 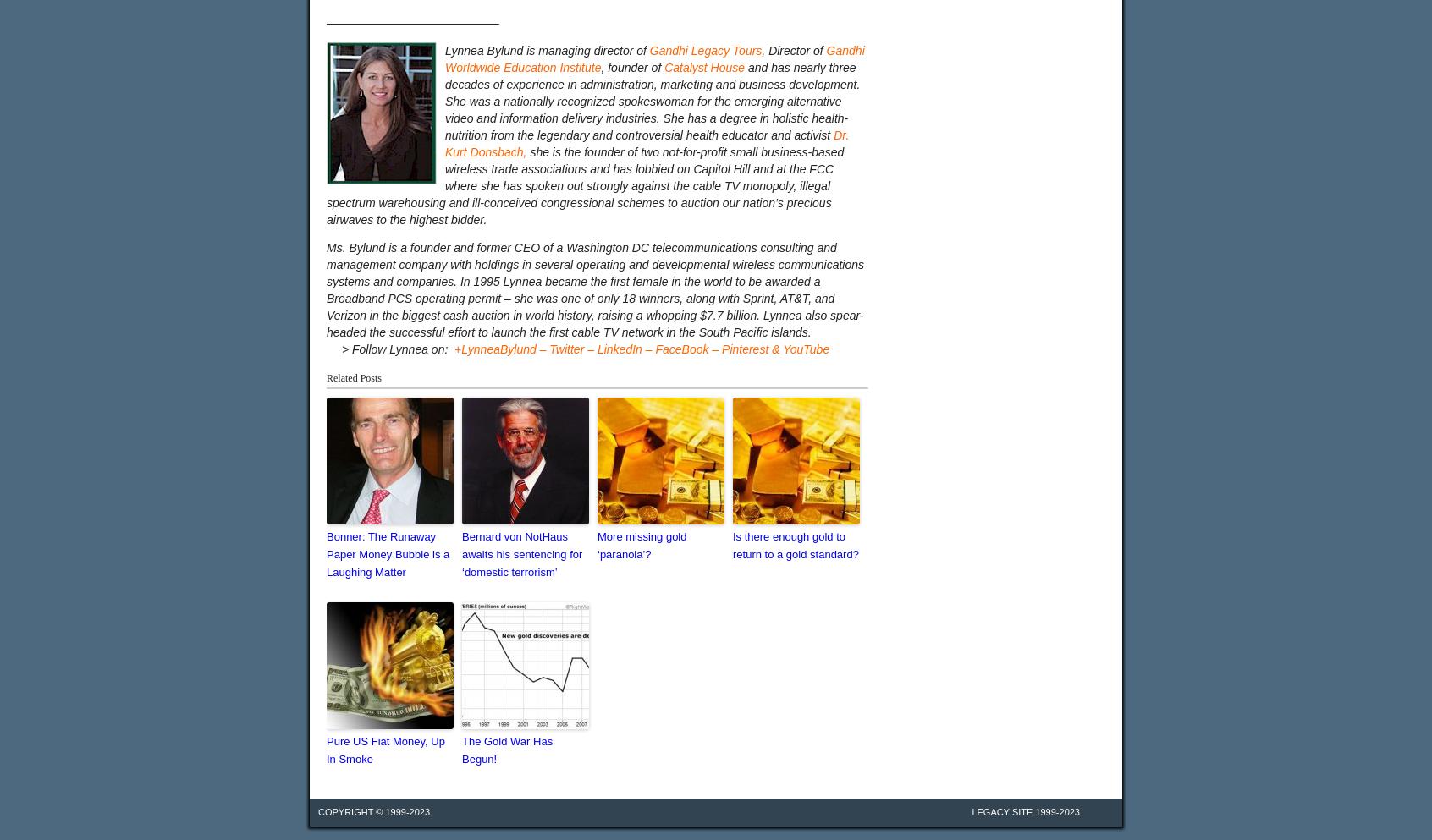 What do you see at coordinates (681, 348) in the screenshot?
I see `'FaceBook'` at bounding box center [681, 348].